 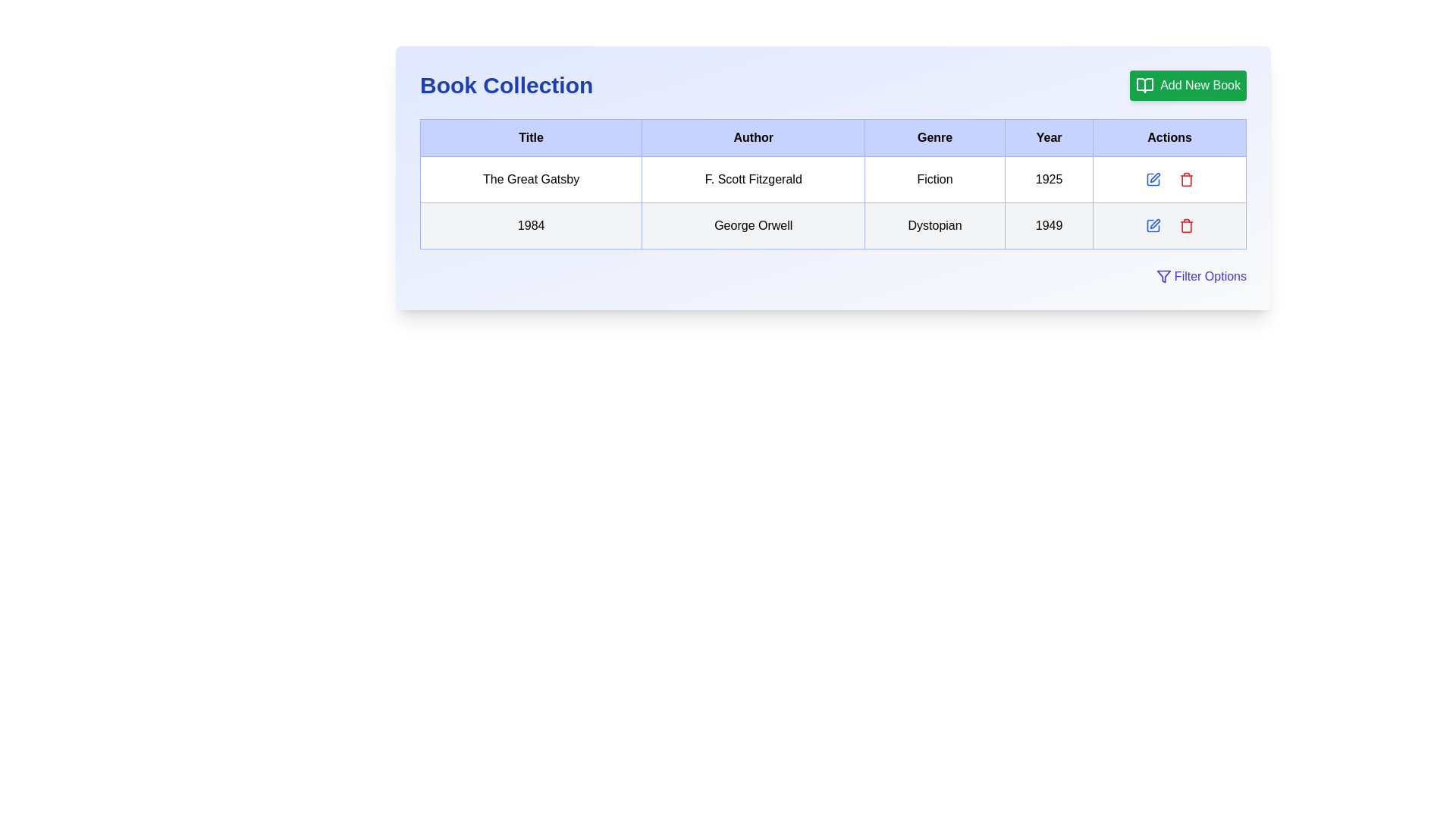 I want to click on the informational text label displaying the author's name for the book '1984', located in the 'Author' column of the second row in the book details table, so click(x=753, y=225).